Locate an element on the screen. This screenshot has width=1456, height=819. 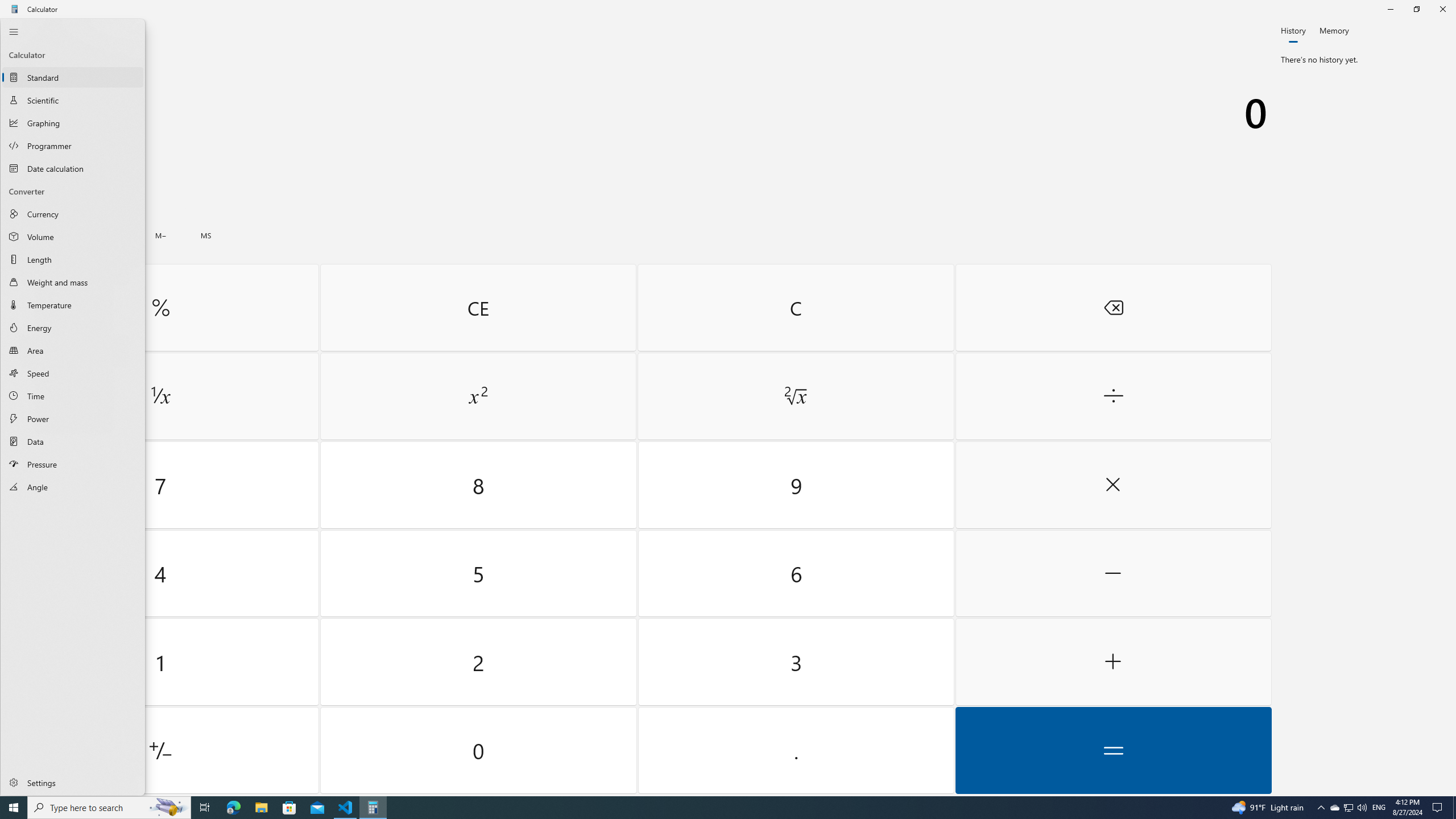
'Graphing Calculator' is located at coordinates (72, 122).